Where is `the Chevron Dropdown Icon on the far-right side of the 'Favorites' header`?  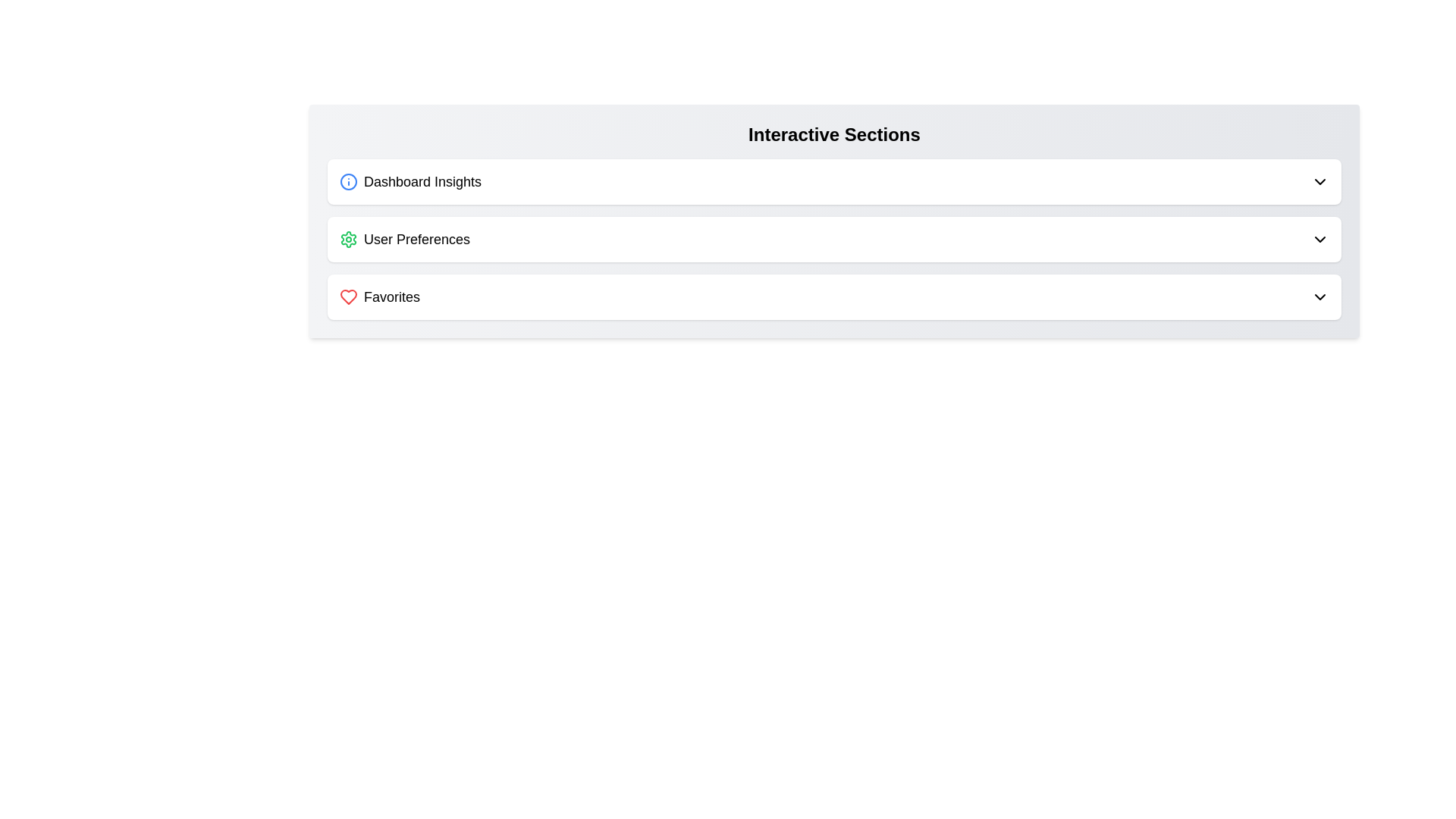
the Chevron Dropdown Icon on the far-right side of the 'Favorites' header is located at coordinates (1319, 297).